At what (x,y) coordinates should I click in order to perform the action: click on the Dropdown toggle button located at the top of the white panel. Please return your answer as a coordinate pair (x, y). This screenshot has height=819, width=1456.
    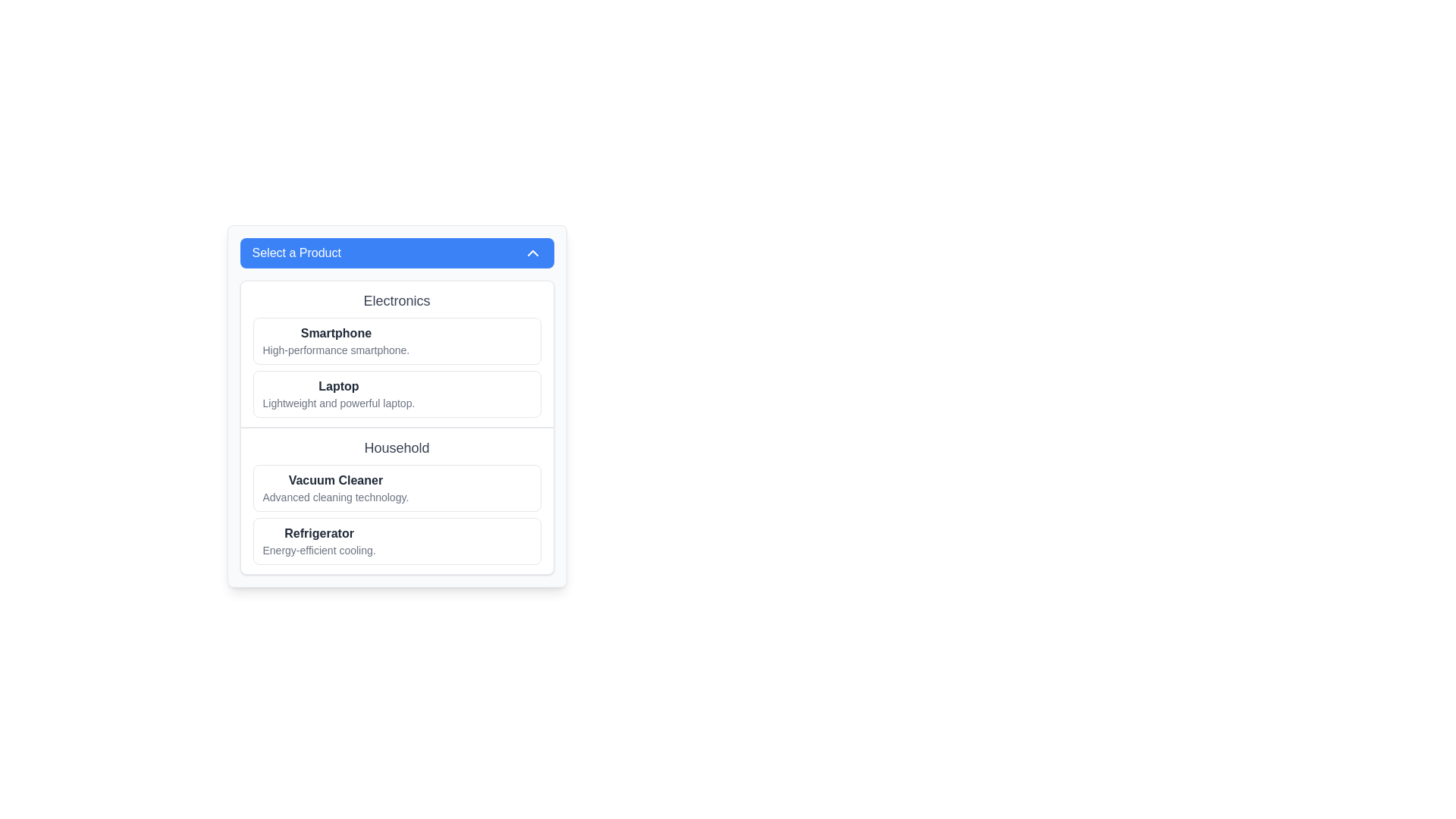
    Looking at the image, I should click on (397, 253).